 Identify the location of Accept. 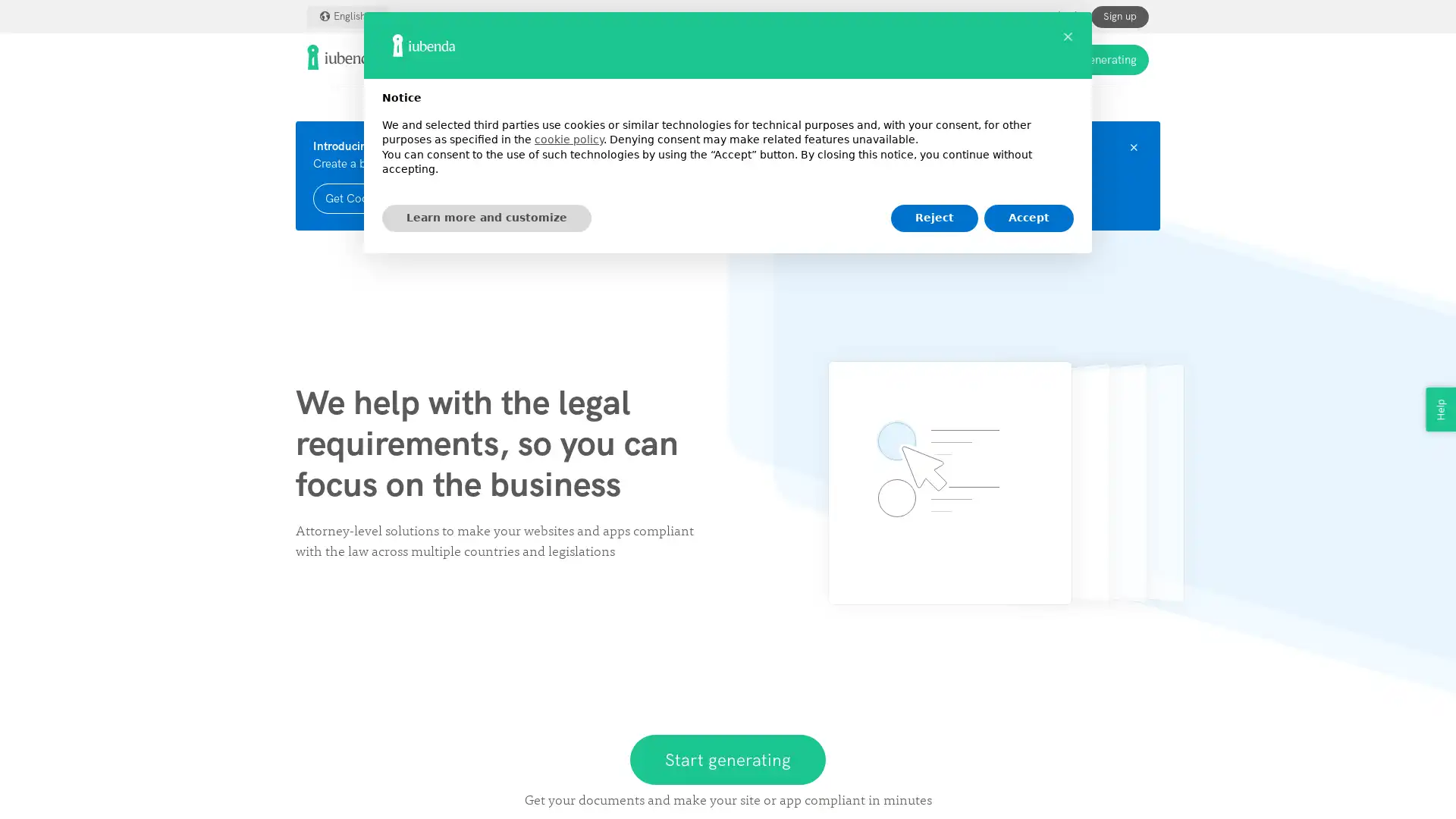
(1029, 217).